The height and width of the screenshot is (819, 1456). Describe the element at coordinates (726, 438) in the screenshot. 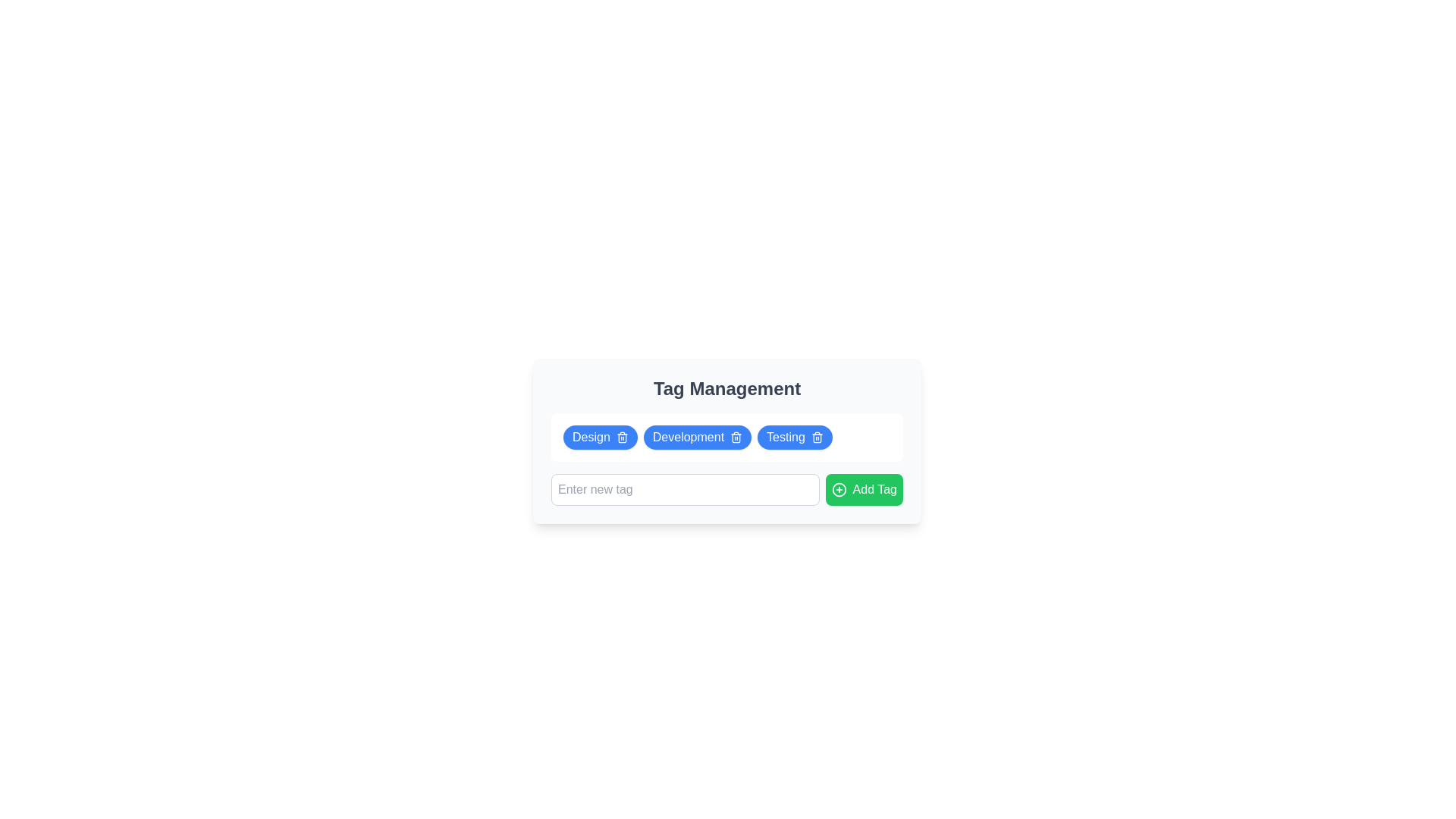

I see `the tag group containing the tags 'Design', 'Development', and 'Testing' within the 'Tag Management' card for interaction` at that location.